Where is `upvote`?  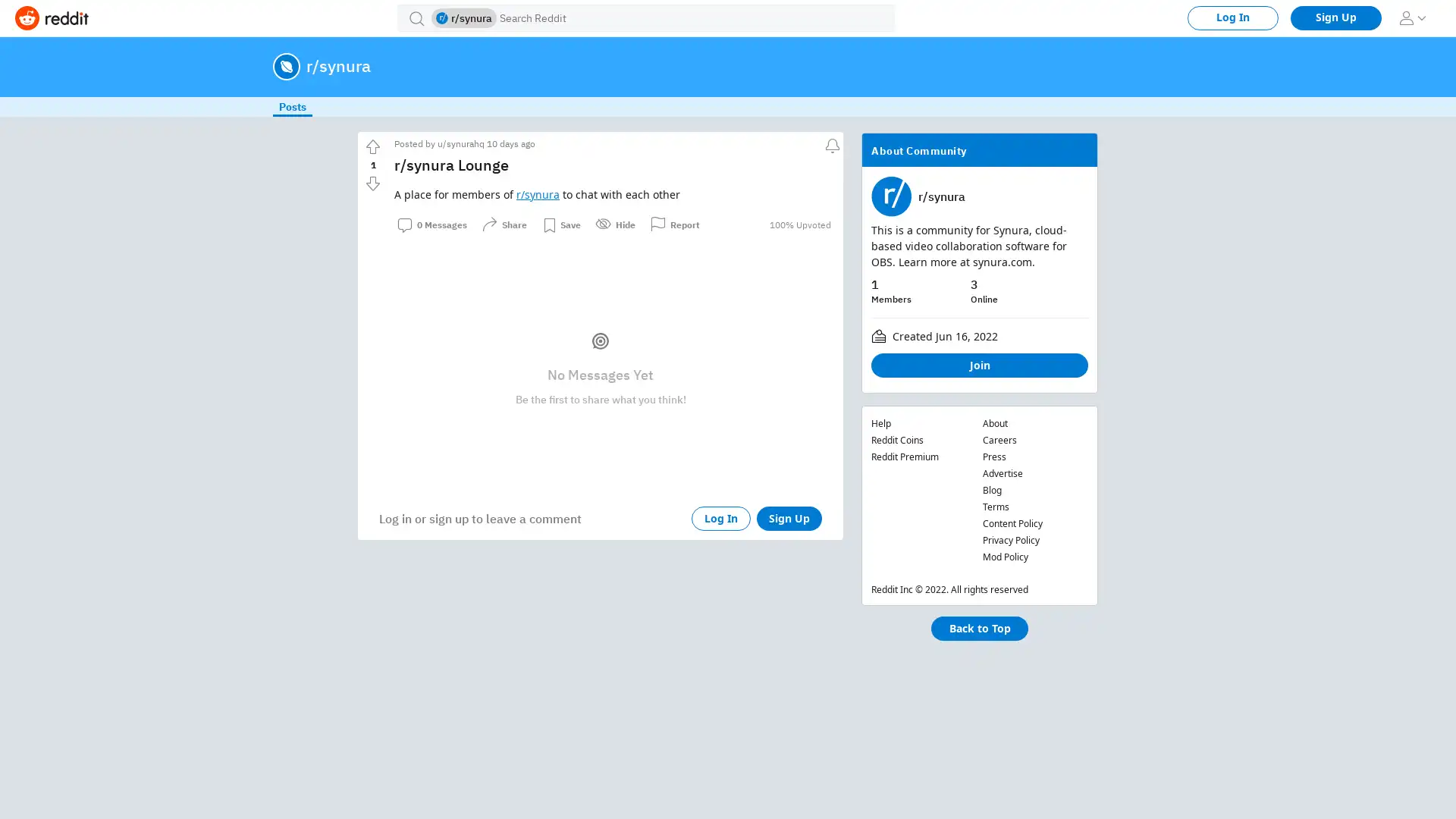 upvote is located at coordinates (372, 146).